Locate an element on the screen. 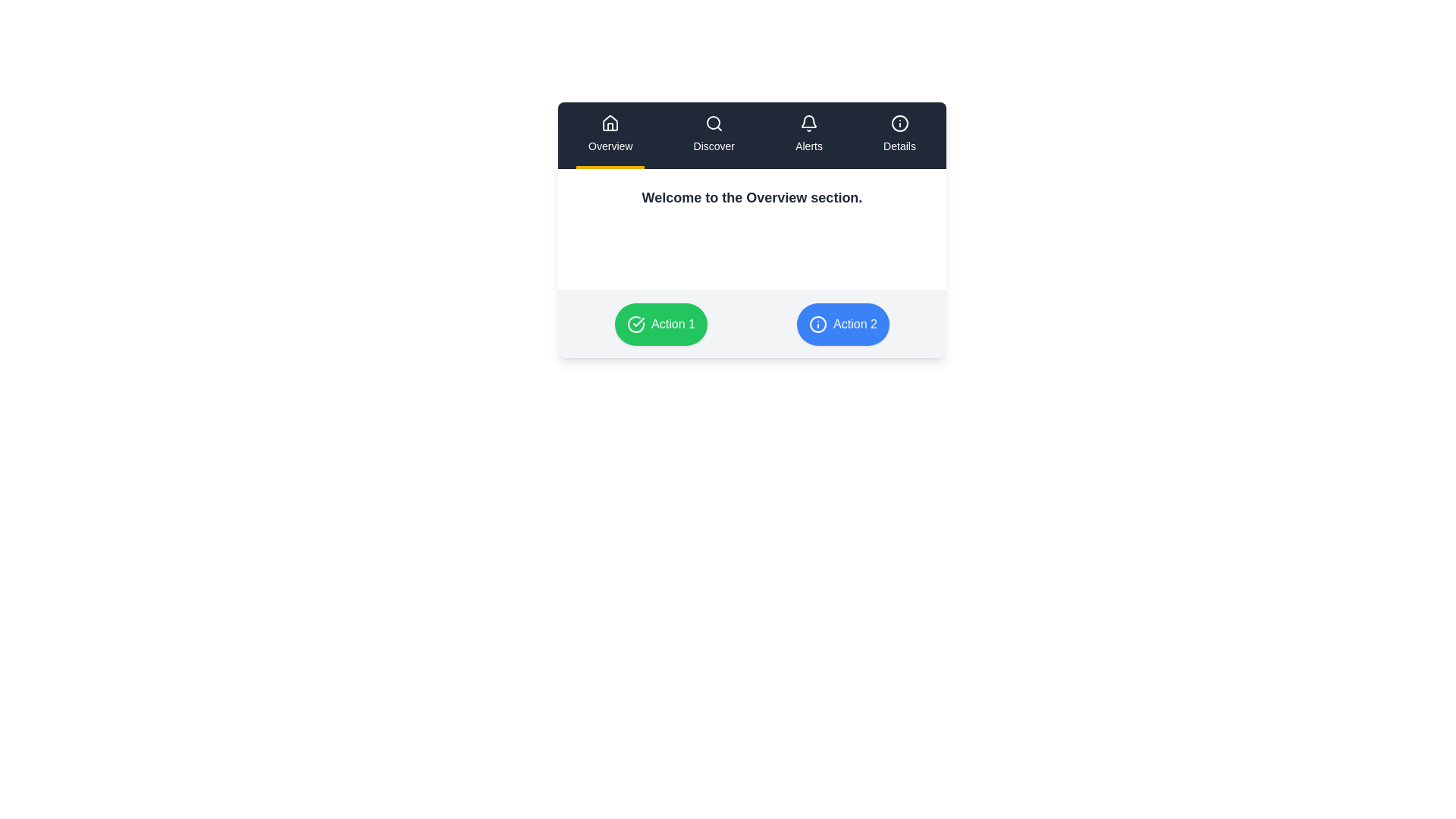  the 'Details' button in the top-right of the navigation bar is located at coordinates (899, 134).